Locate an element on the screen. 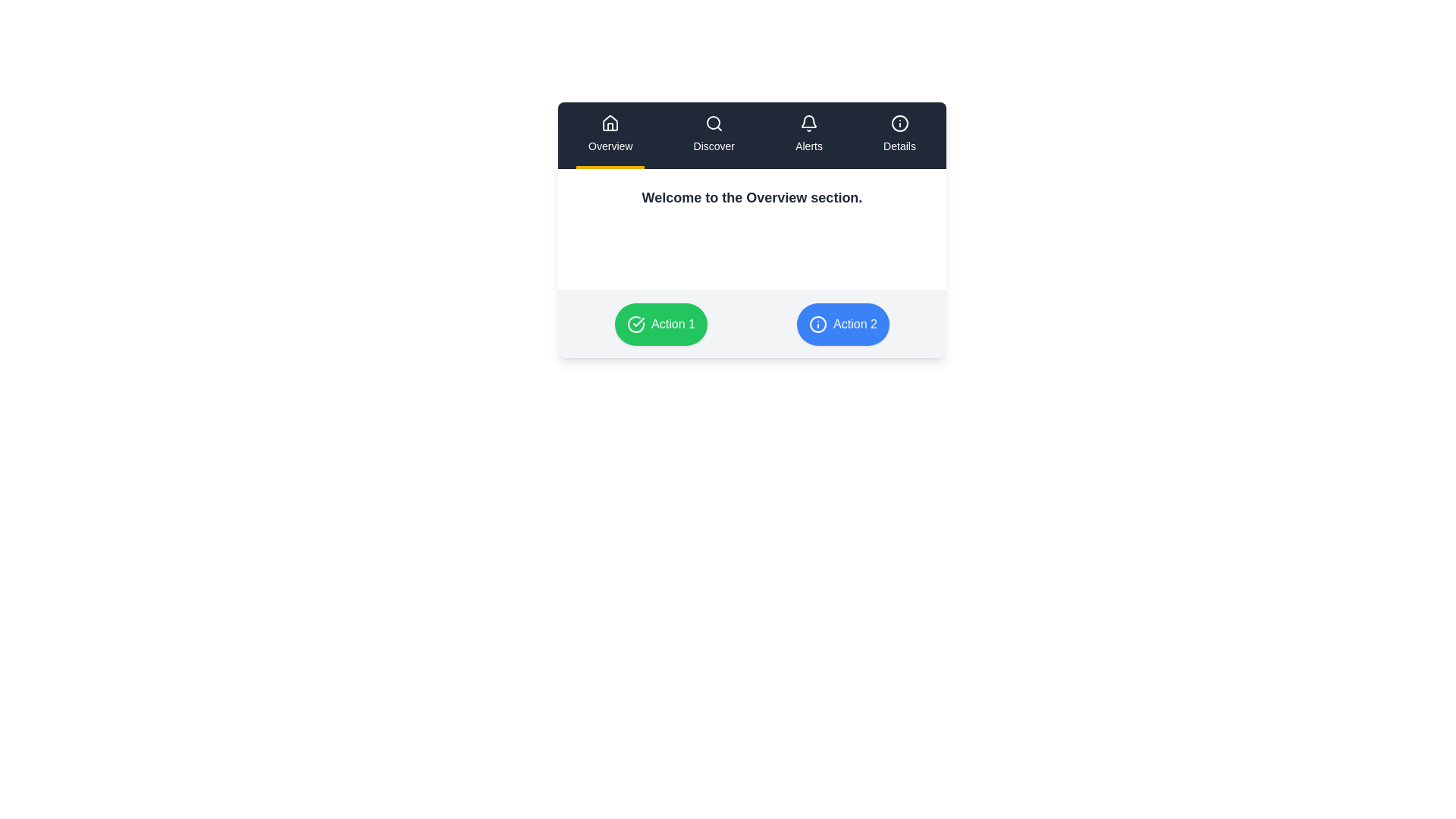  the 'Details' button in the top-right of the navigation bar is located at coordinates (899, 134).